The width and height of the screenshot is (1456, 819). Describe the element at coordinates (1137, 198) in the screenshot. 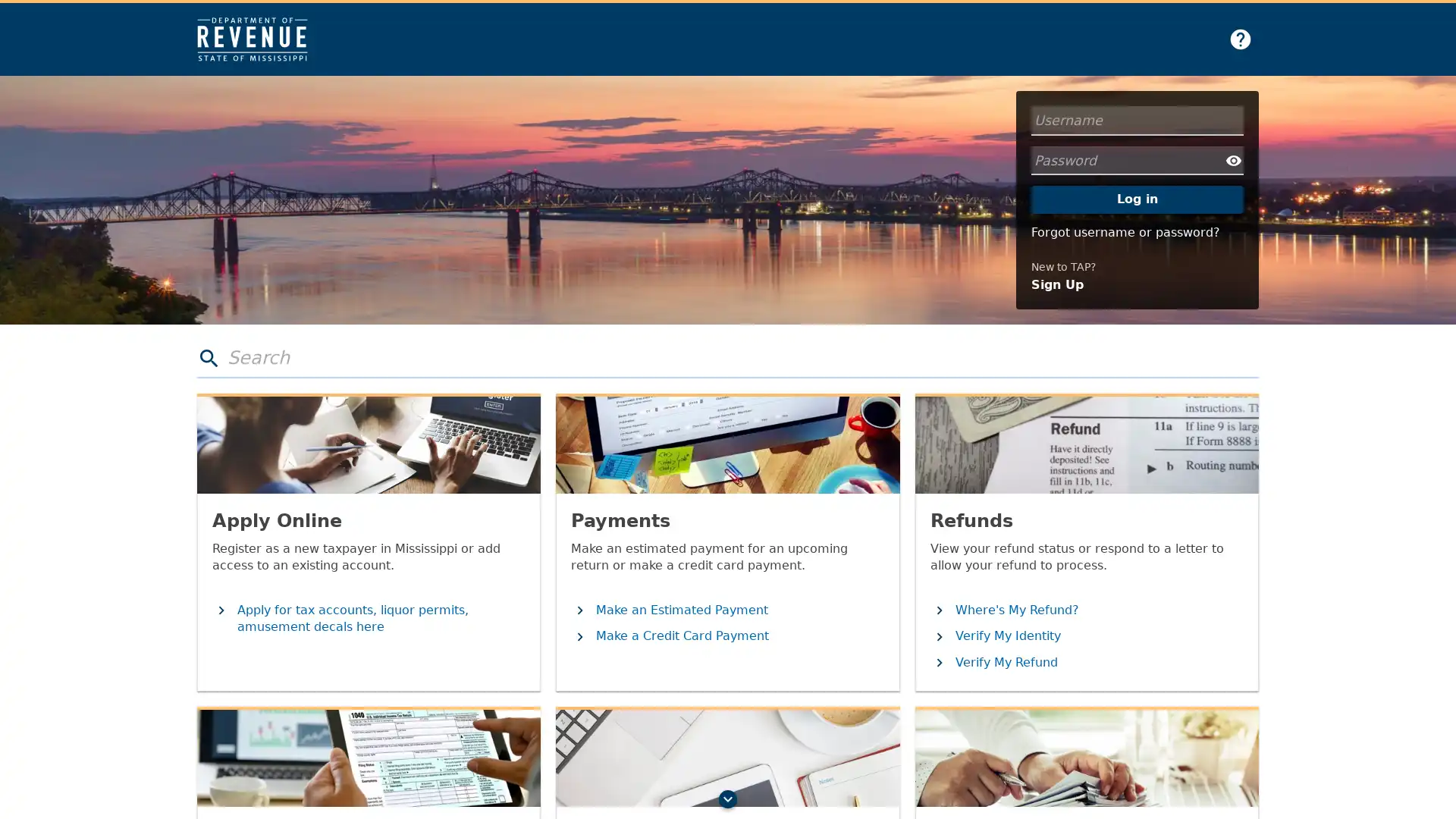

I see `Log in` at that location.